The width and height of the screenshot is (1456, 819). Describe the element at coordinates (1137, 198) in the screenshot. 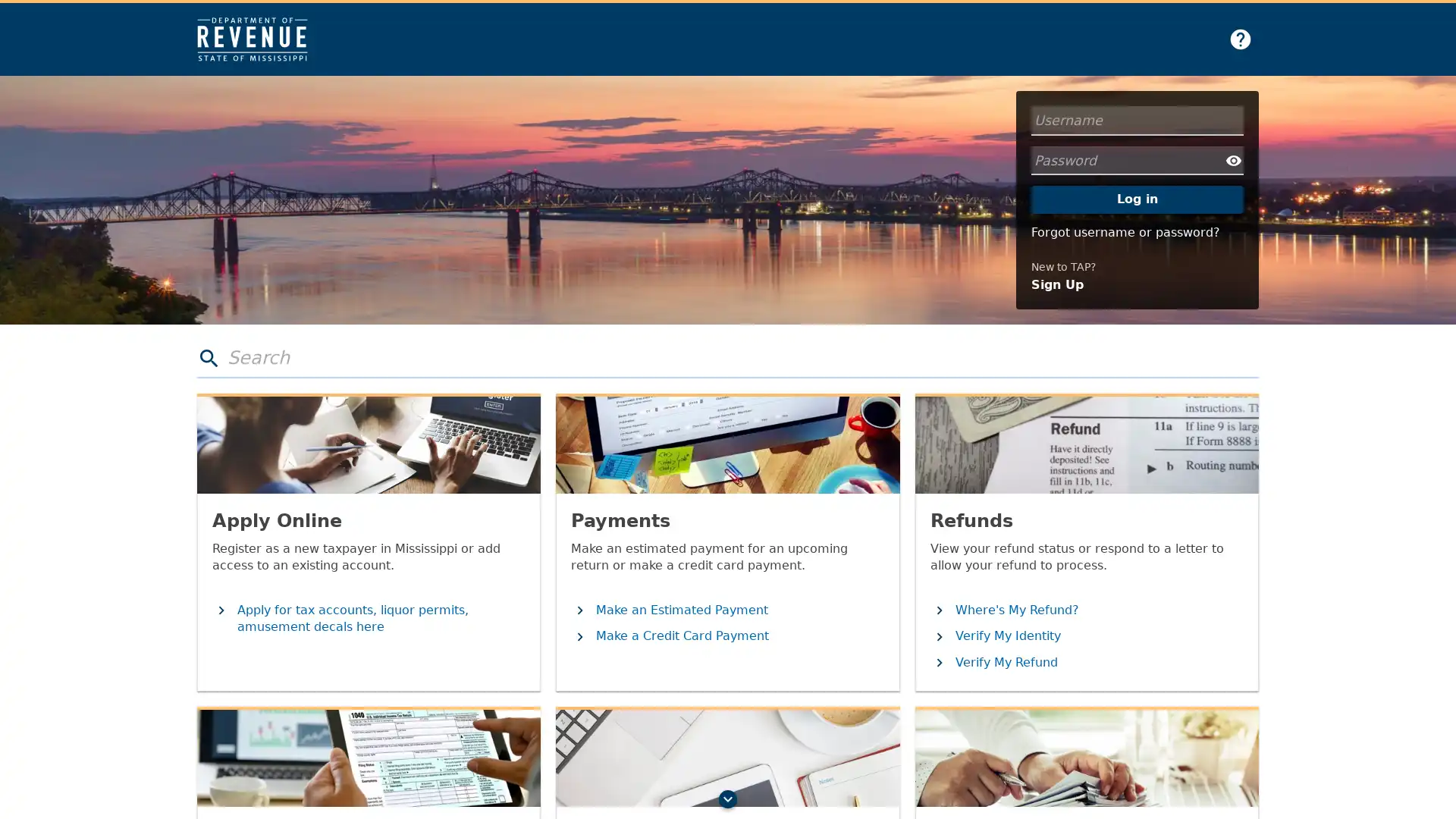

I see `Log in` at that location.